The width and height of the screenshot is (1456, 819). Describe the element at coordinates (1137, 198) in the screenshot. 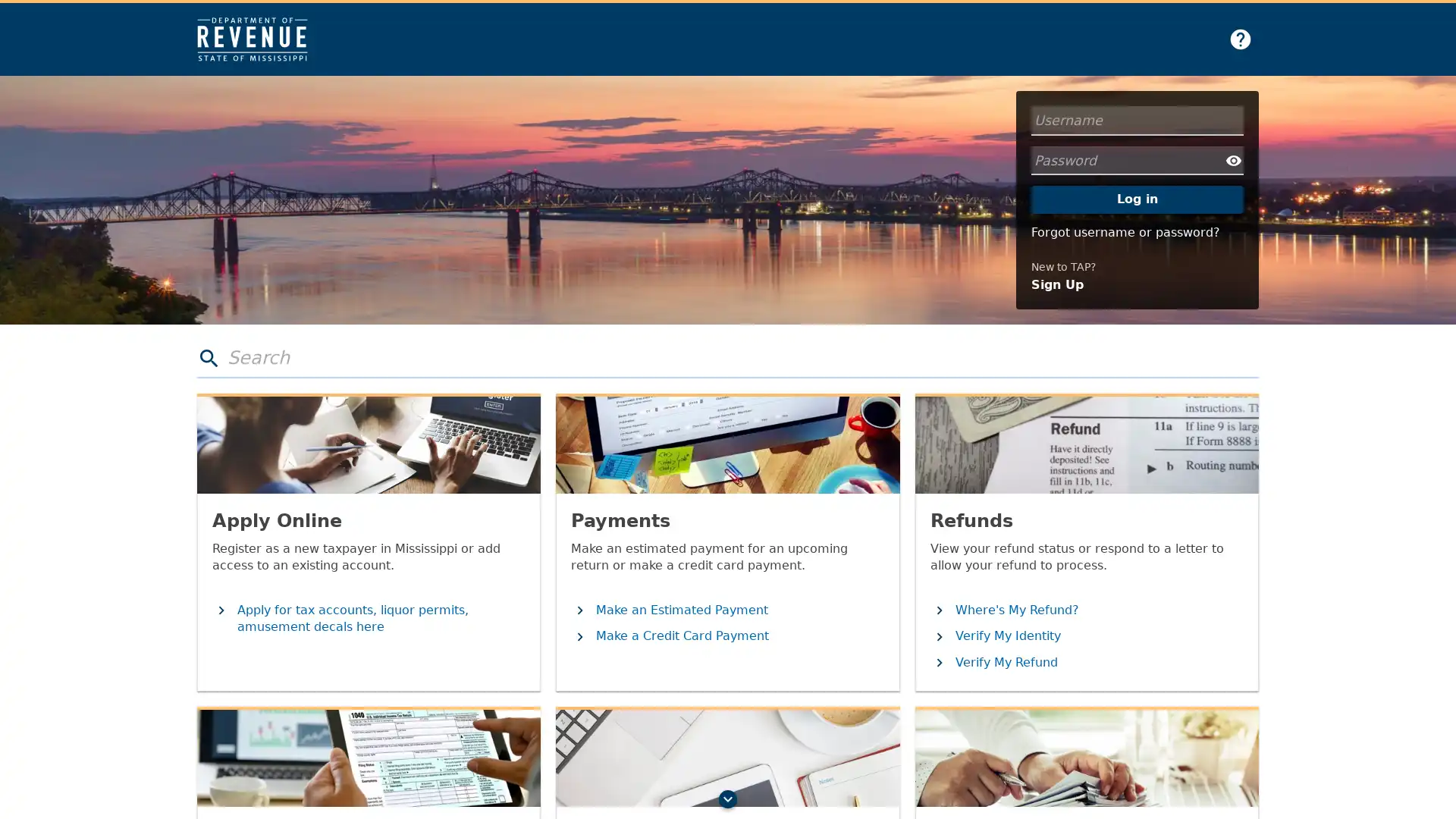

I see `Log in` at that location.